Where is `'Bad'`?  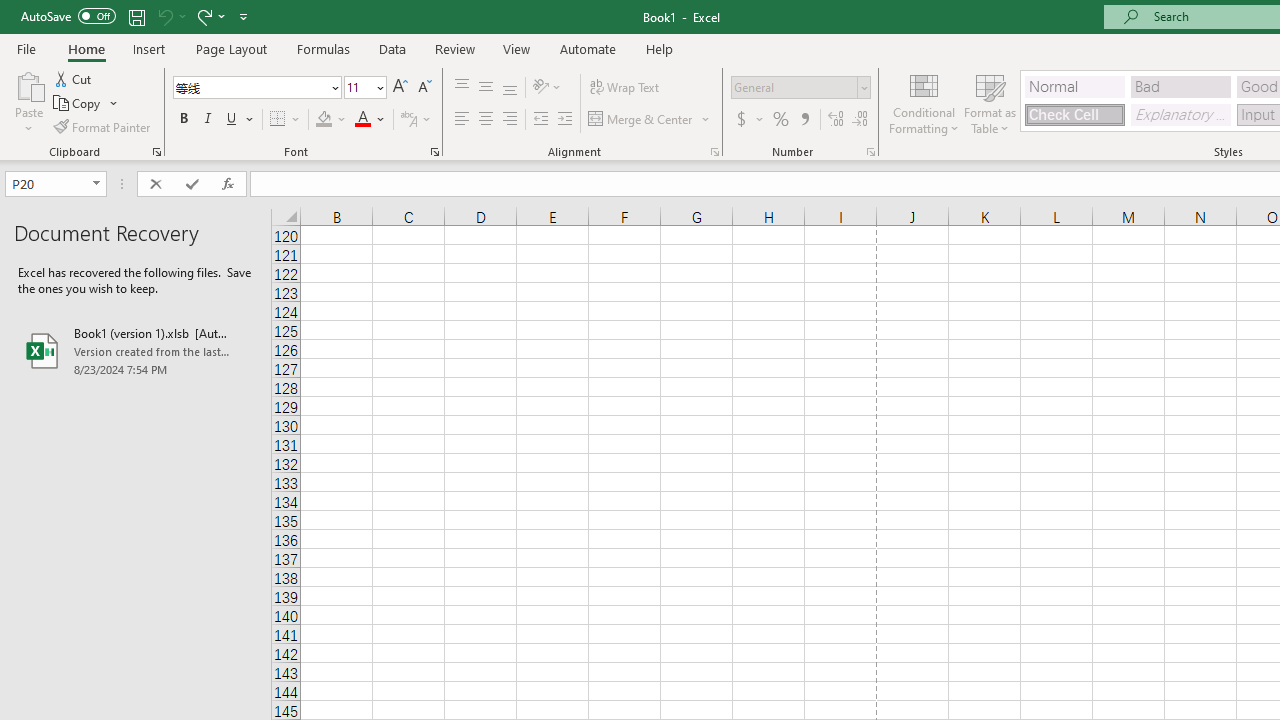 'Bad' is located at coordinates (1180, 85).